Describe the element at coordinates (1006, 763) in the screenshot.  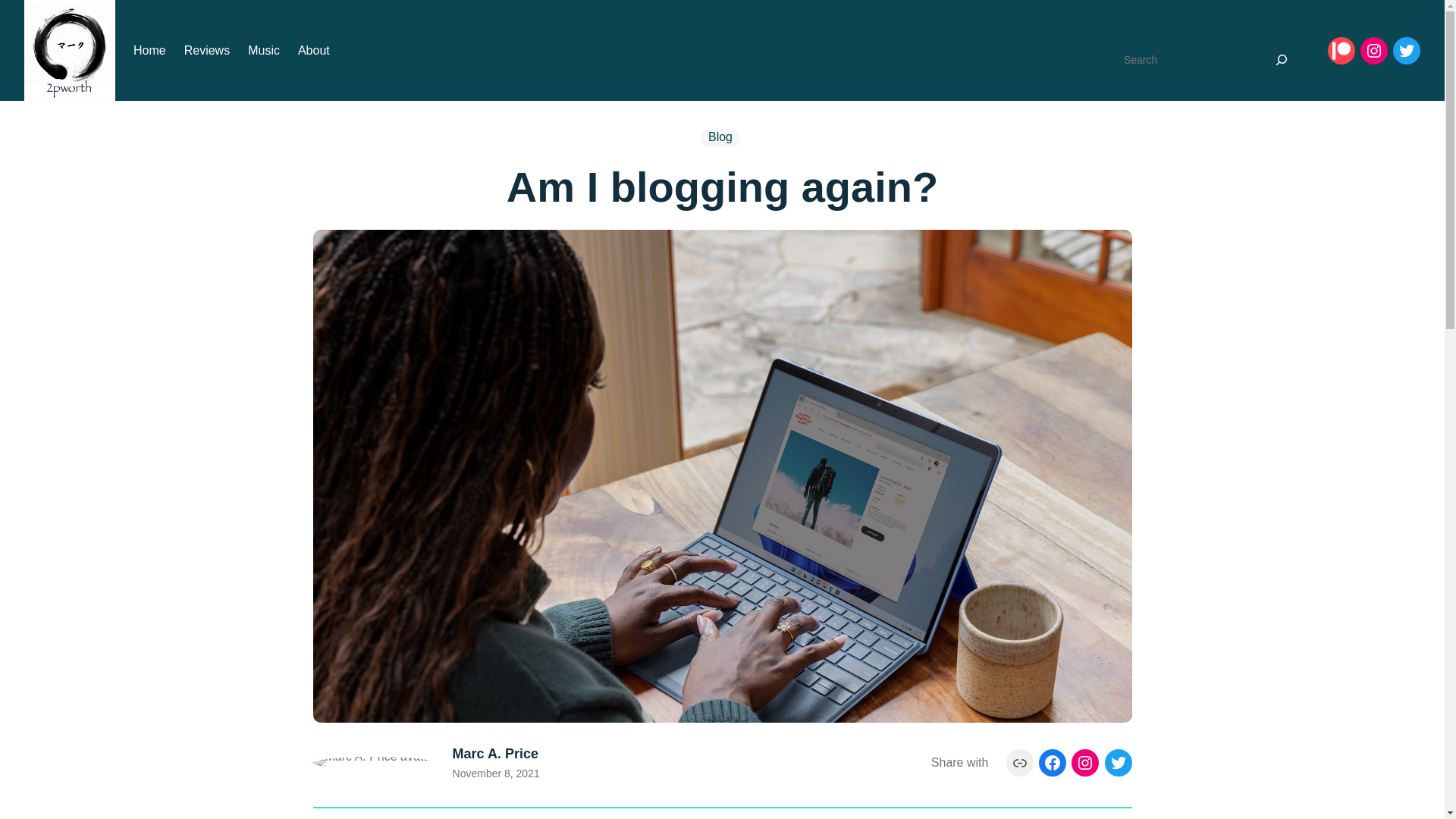
I see `'Link'` at that location.